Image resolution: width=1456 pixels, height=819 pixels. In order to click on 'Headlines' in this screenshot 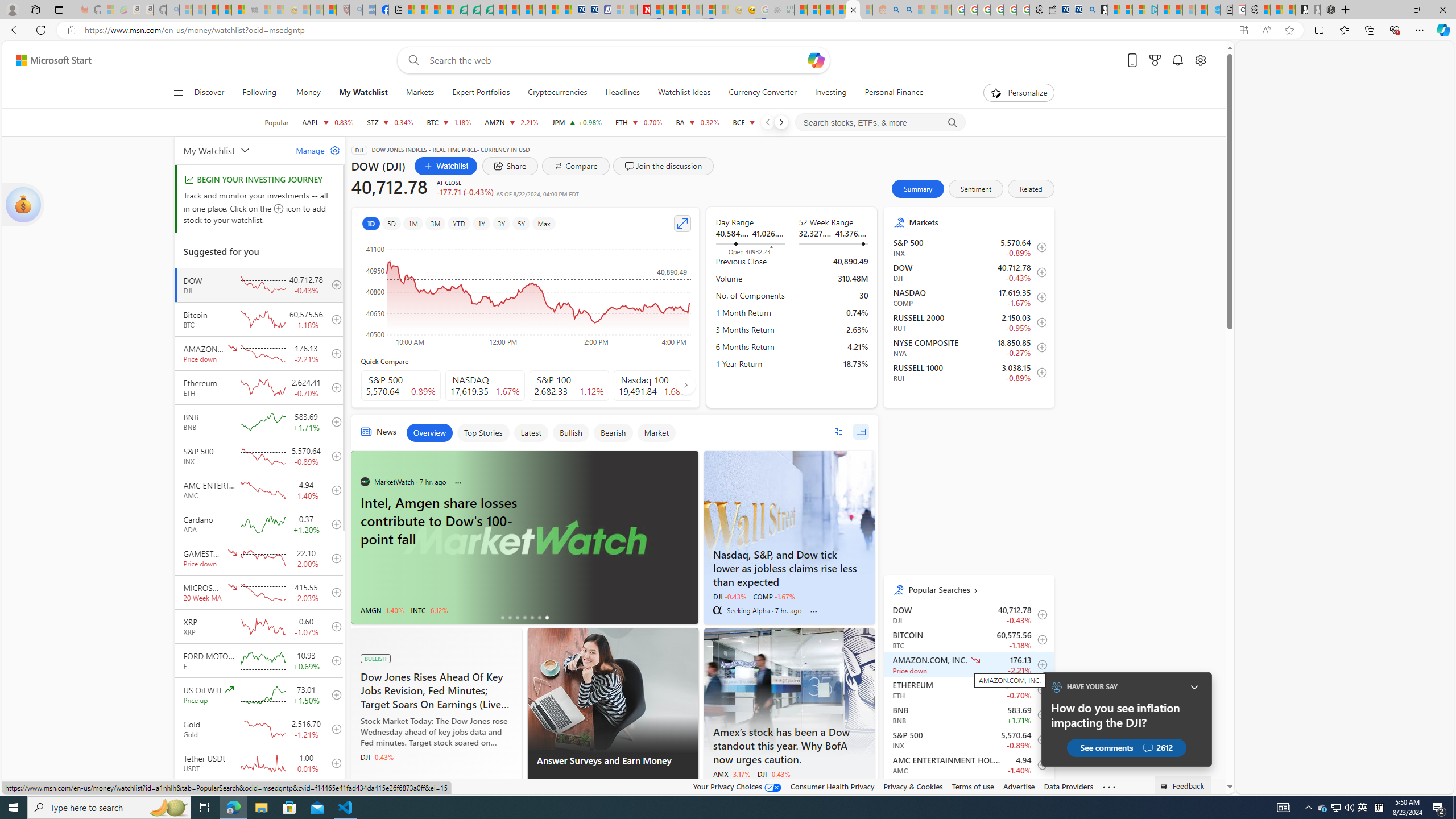, I will do `click(622, 92)`.